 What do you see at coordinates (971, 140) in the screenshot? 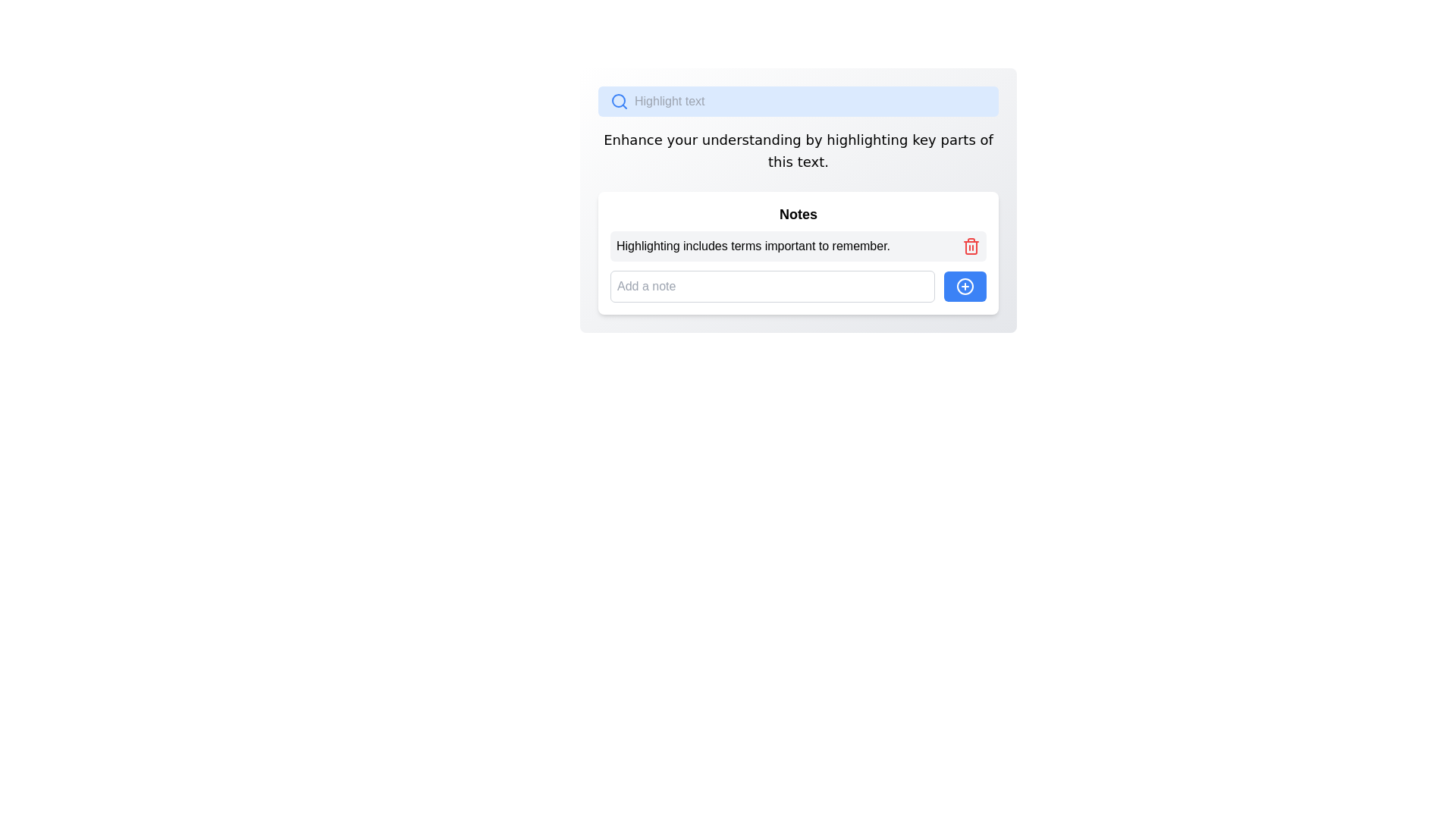
I see `the text character 's' which completes the word 'parts' in the instructional sentence located above the 'Notes' section in the main interface panel` at bounding box center [971, 140].